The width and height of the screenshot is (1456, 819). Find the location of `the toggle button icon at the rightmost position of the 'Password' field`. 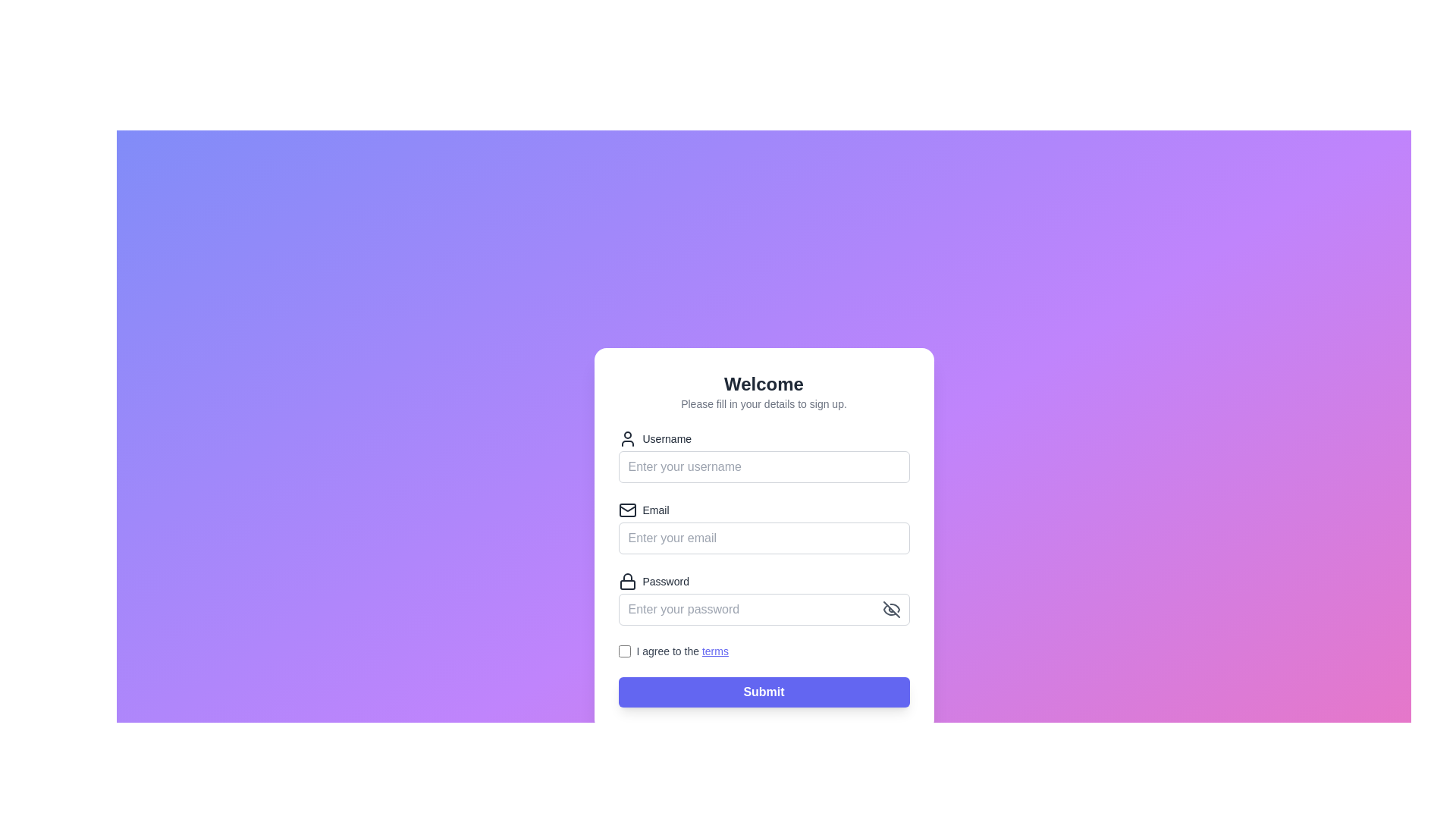

the toggle button icon at the rightmost position of the 'Password' field is located at coordinates (891, 608).